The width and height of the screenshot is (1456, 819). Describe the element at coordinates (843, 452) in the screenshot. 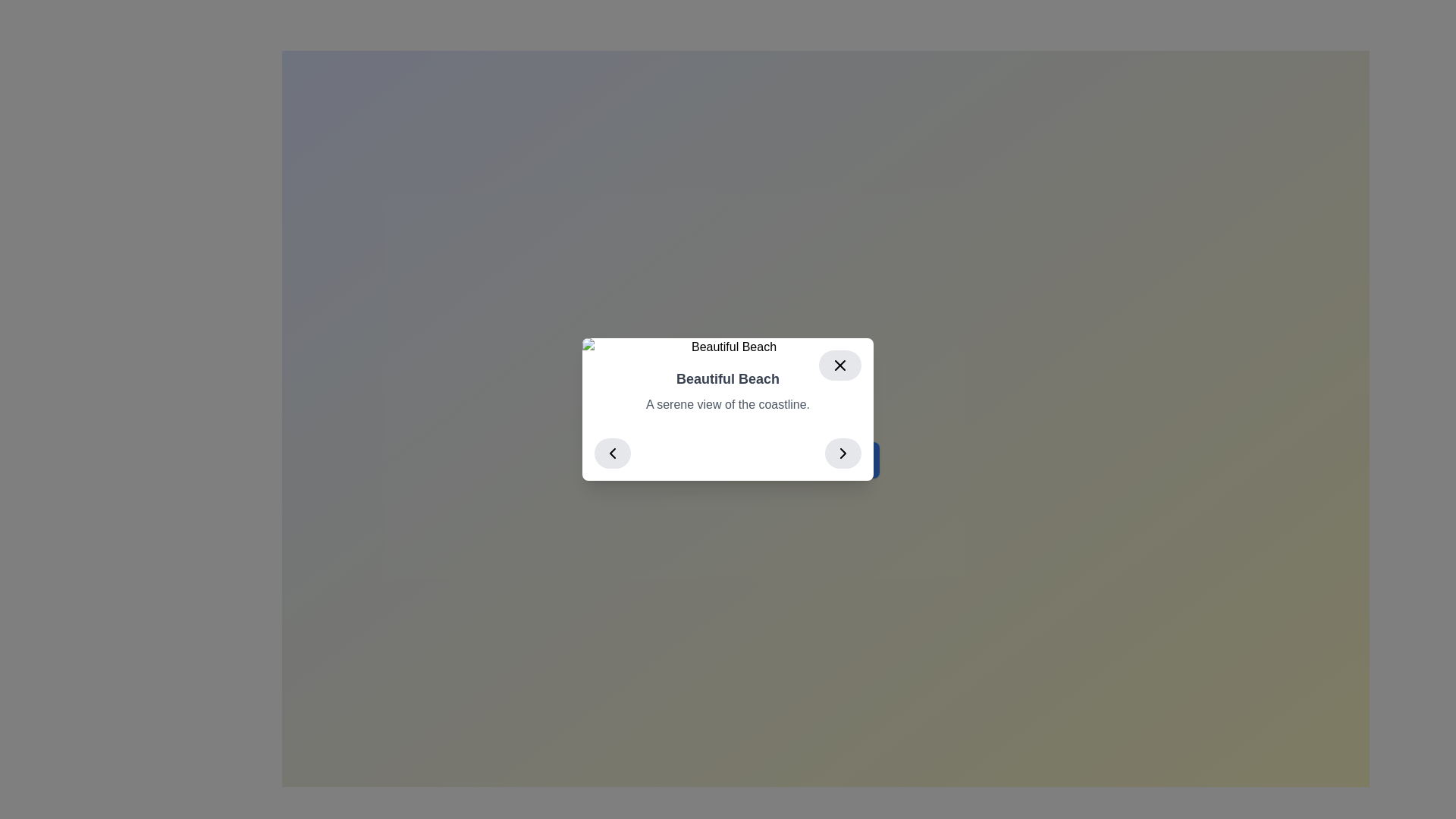

I see `the navigation button with a chevron icon located in the bottom right corner of the card-style user interface` at that location.